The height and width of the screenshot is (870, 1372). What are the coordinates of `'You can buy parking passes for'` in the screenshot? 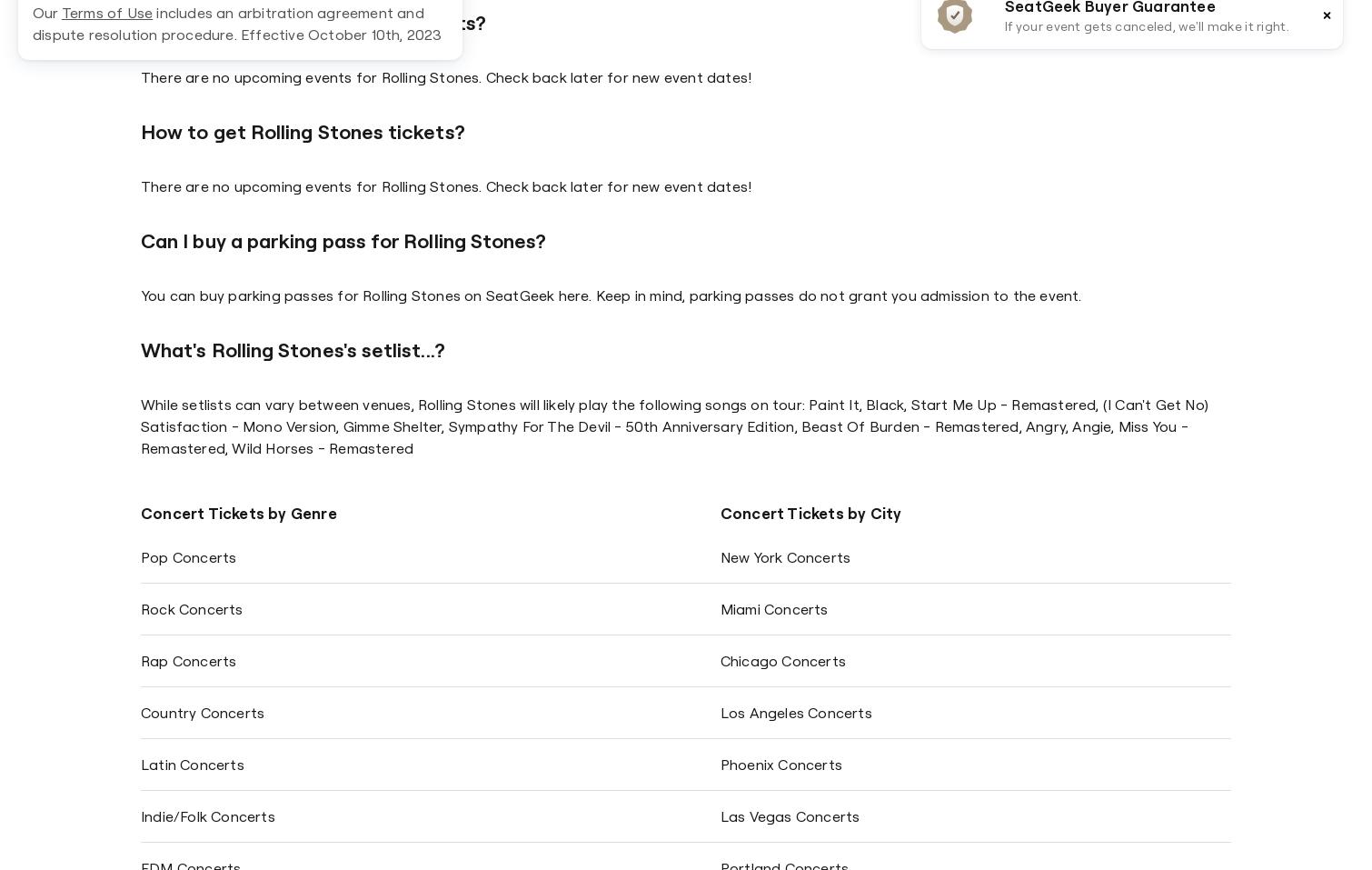 It's located at (251, 295).